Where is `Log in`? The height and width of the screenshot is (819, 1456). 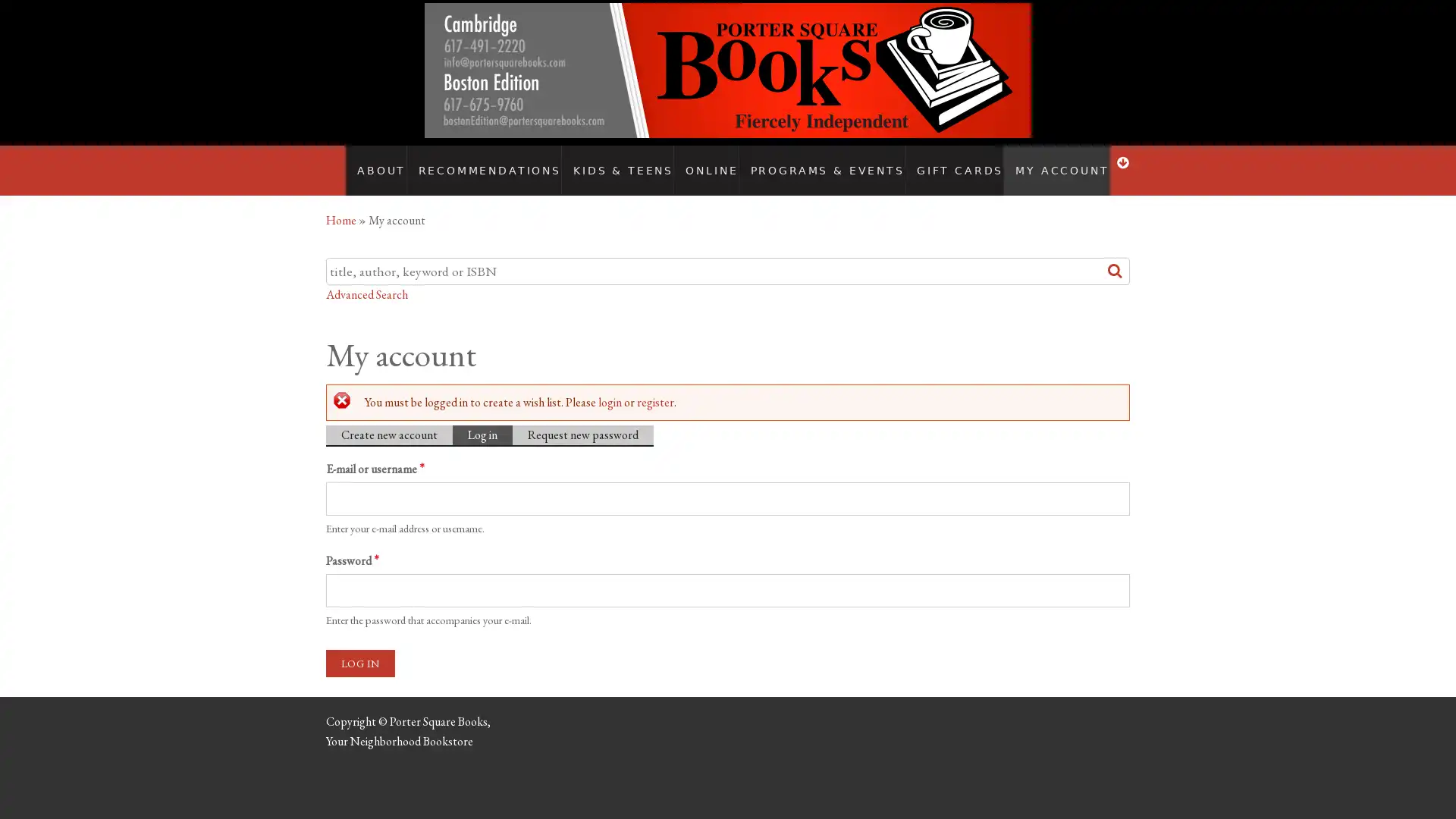
Log in is located at coordinates (359, 648).